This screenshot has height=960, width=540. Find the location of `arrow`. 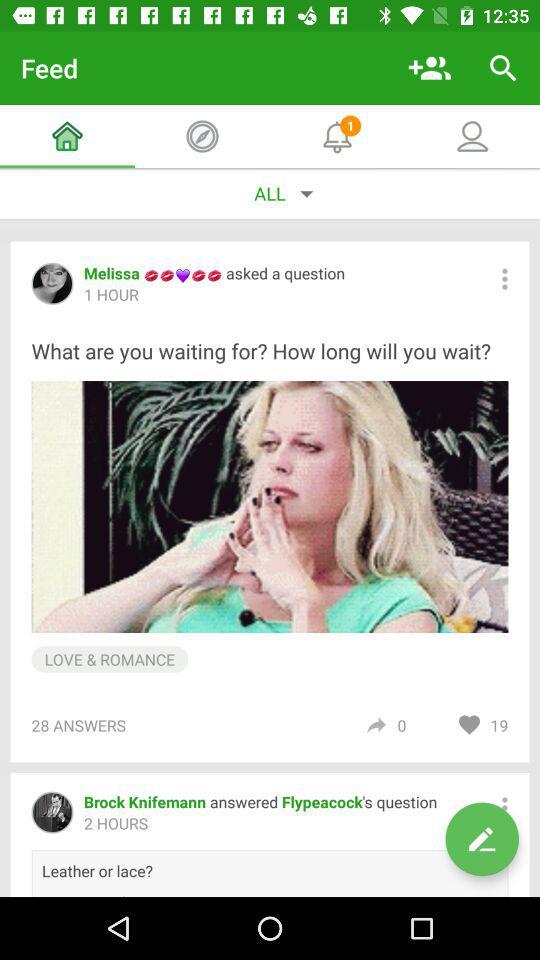

arrow is located at coordinates (376, 724).